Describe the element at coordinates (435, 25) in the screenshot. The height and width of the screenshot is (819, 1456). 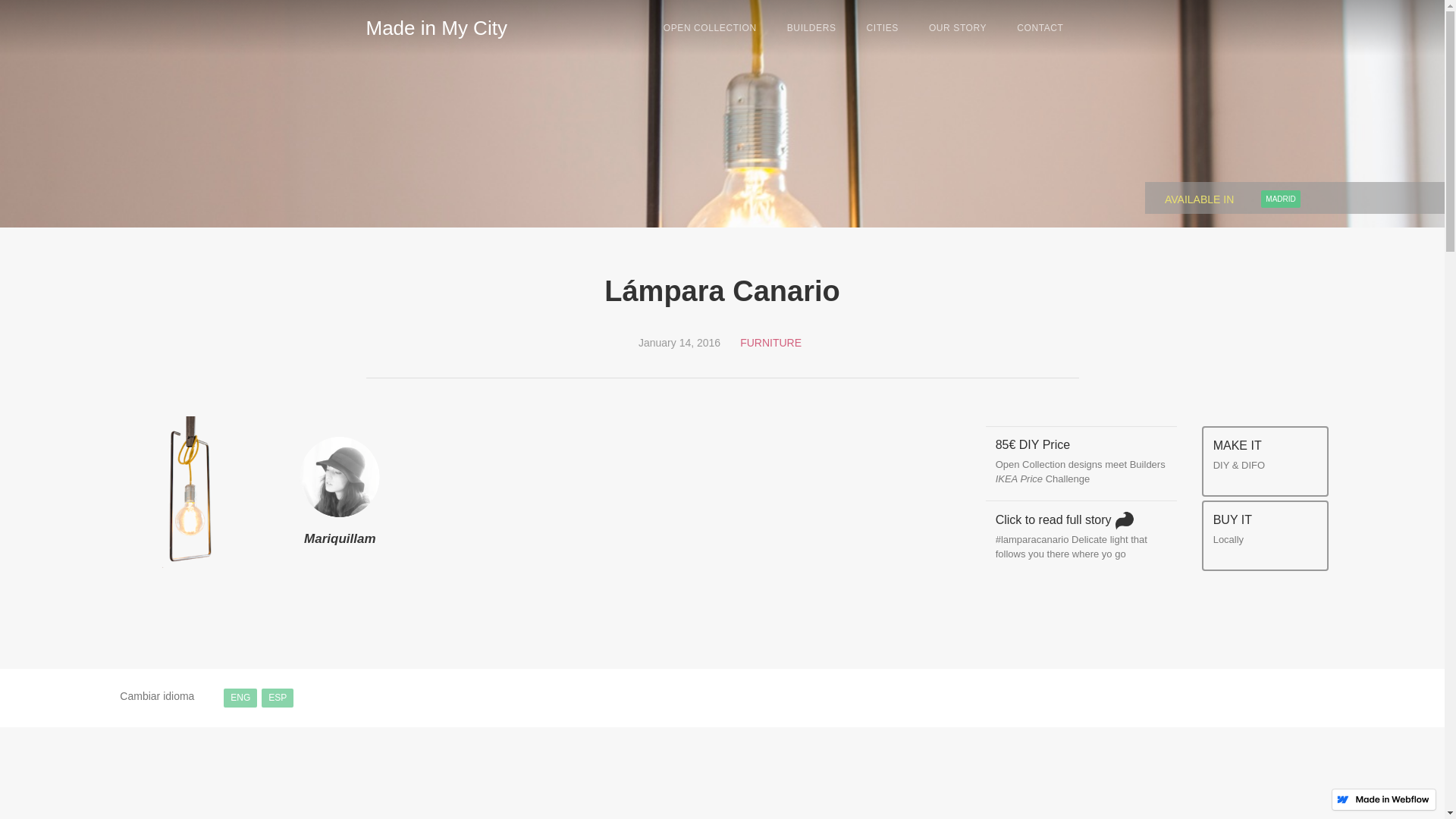
I see `'Made in My City'` at that location.